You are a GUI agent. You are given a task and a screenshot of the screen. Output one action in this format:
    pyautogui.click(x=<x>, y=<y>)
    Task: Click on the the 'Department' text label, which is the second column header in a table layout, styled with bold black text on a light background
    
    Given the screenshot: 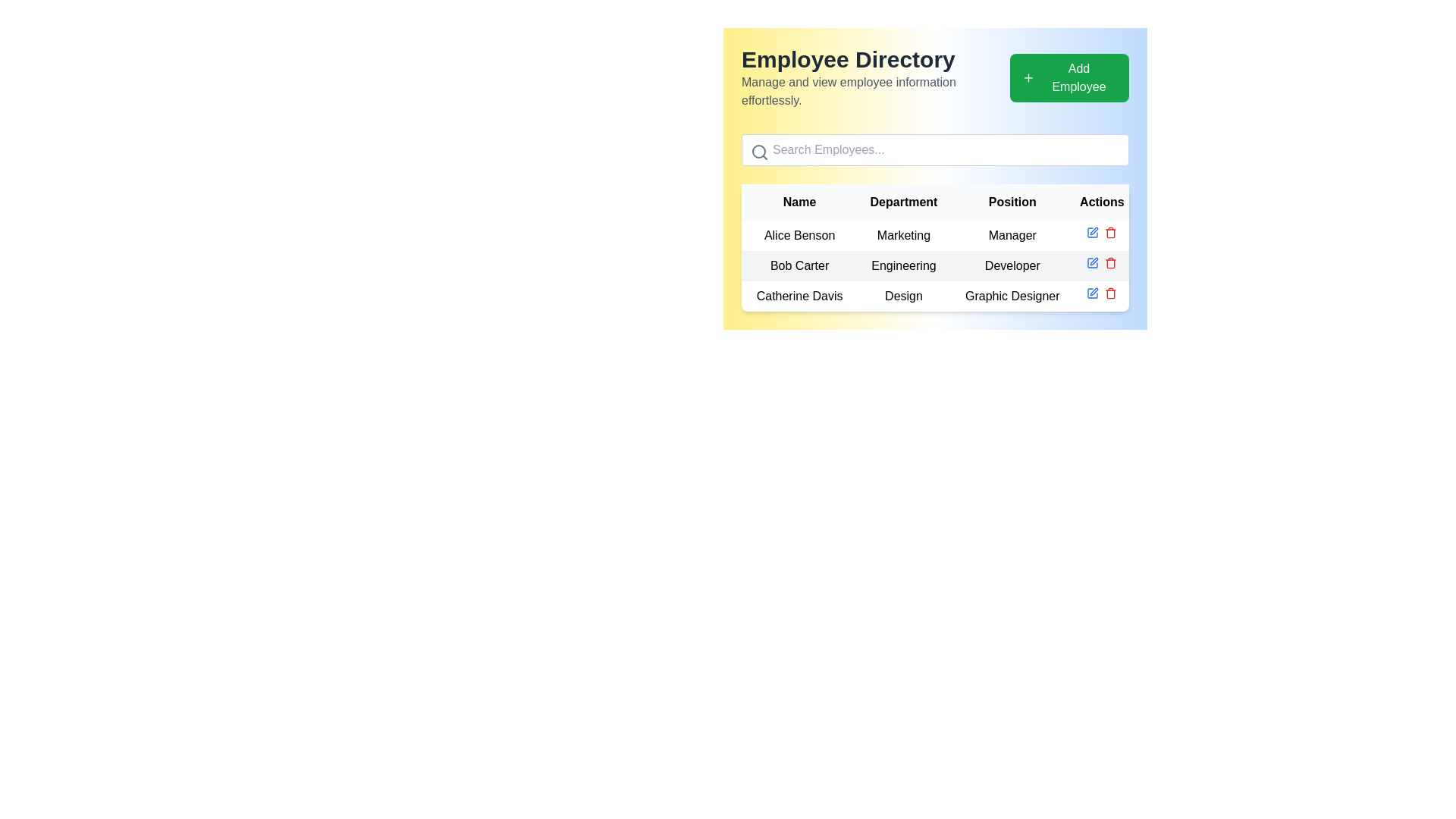 What is the action you would take?
    pyautogui.click(x=903, y=201)
    